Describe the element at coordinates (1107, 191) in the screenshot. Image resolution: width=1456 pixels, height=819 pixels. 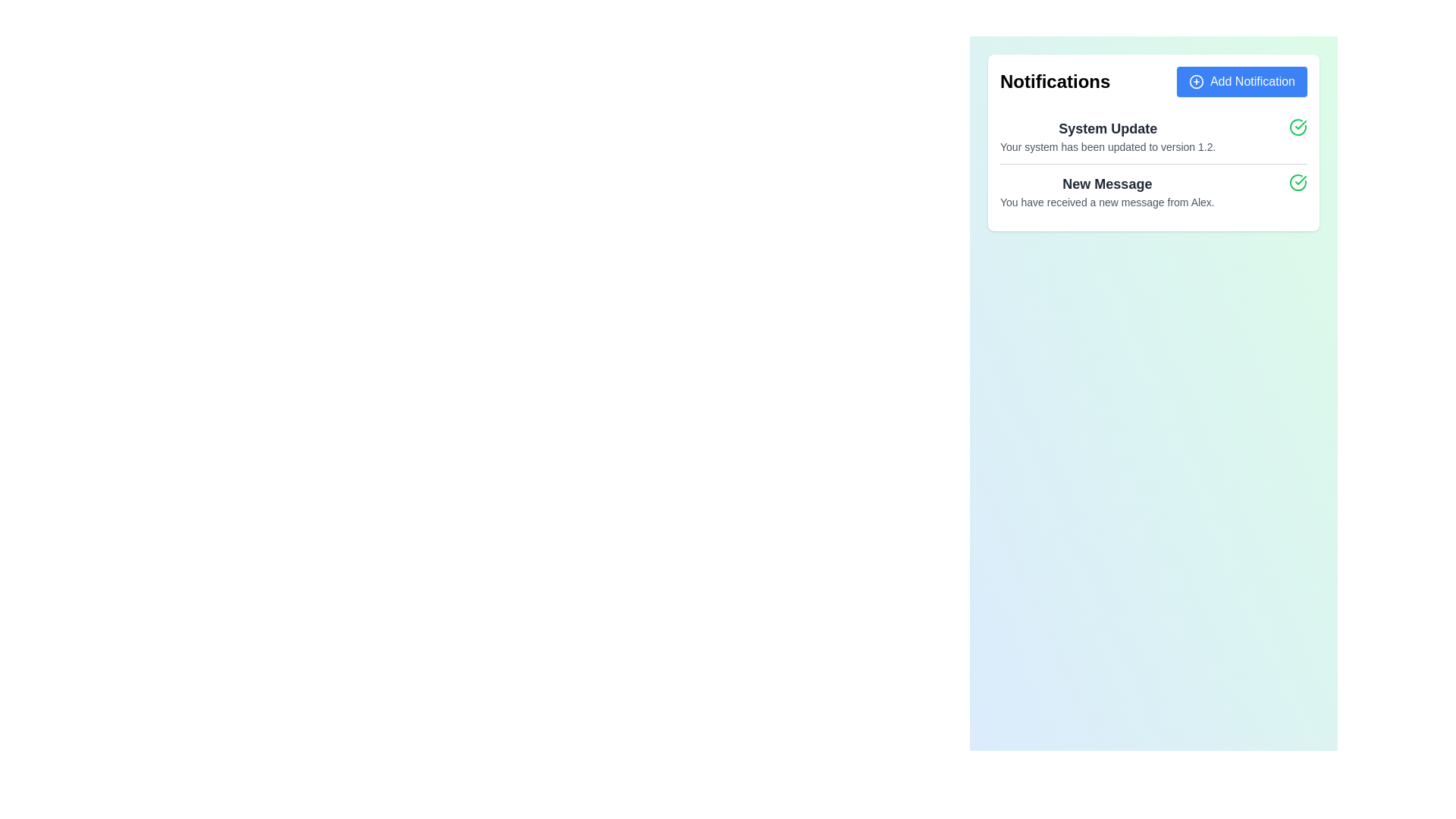
I see `the Informational Text Block displaying the notification message 'New Message' with the details 'You have received a new message from Alex.'` at that location.